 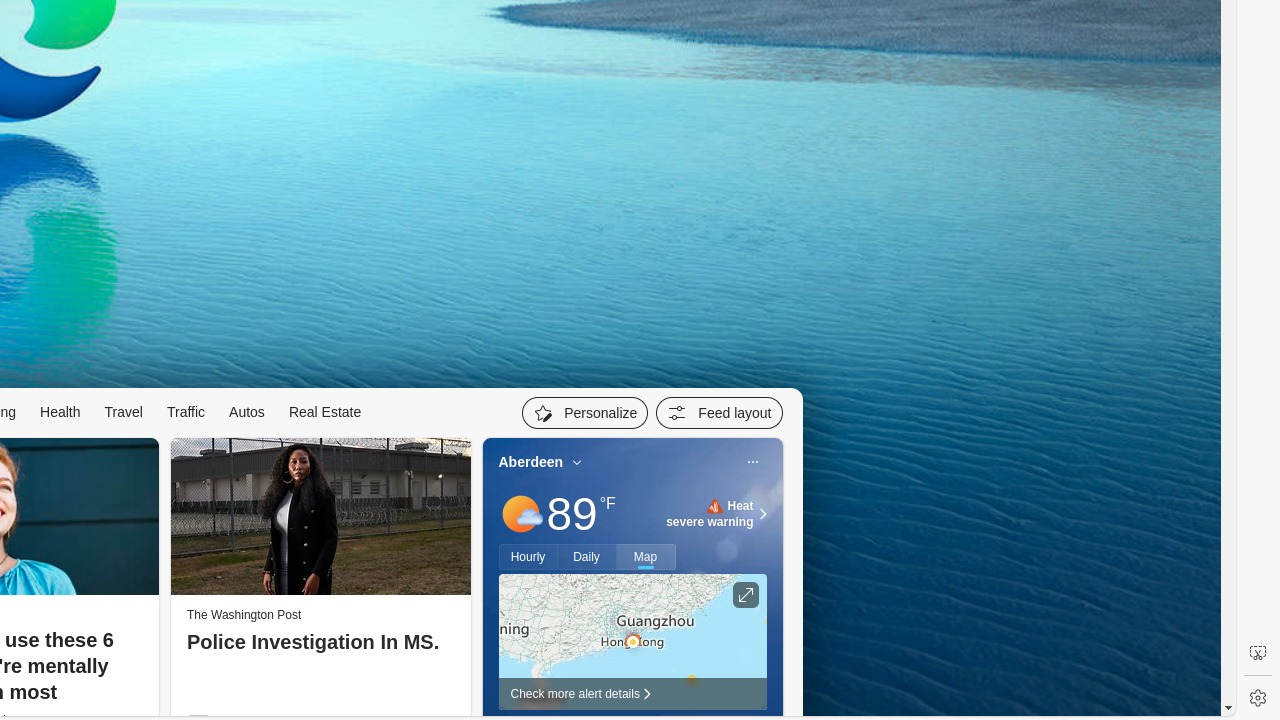 I want to click on 'Health', so click(x=60, y=410).